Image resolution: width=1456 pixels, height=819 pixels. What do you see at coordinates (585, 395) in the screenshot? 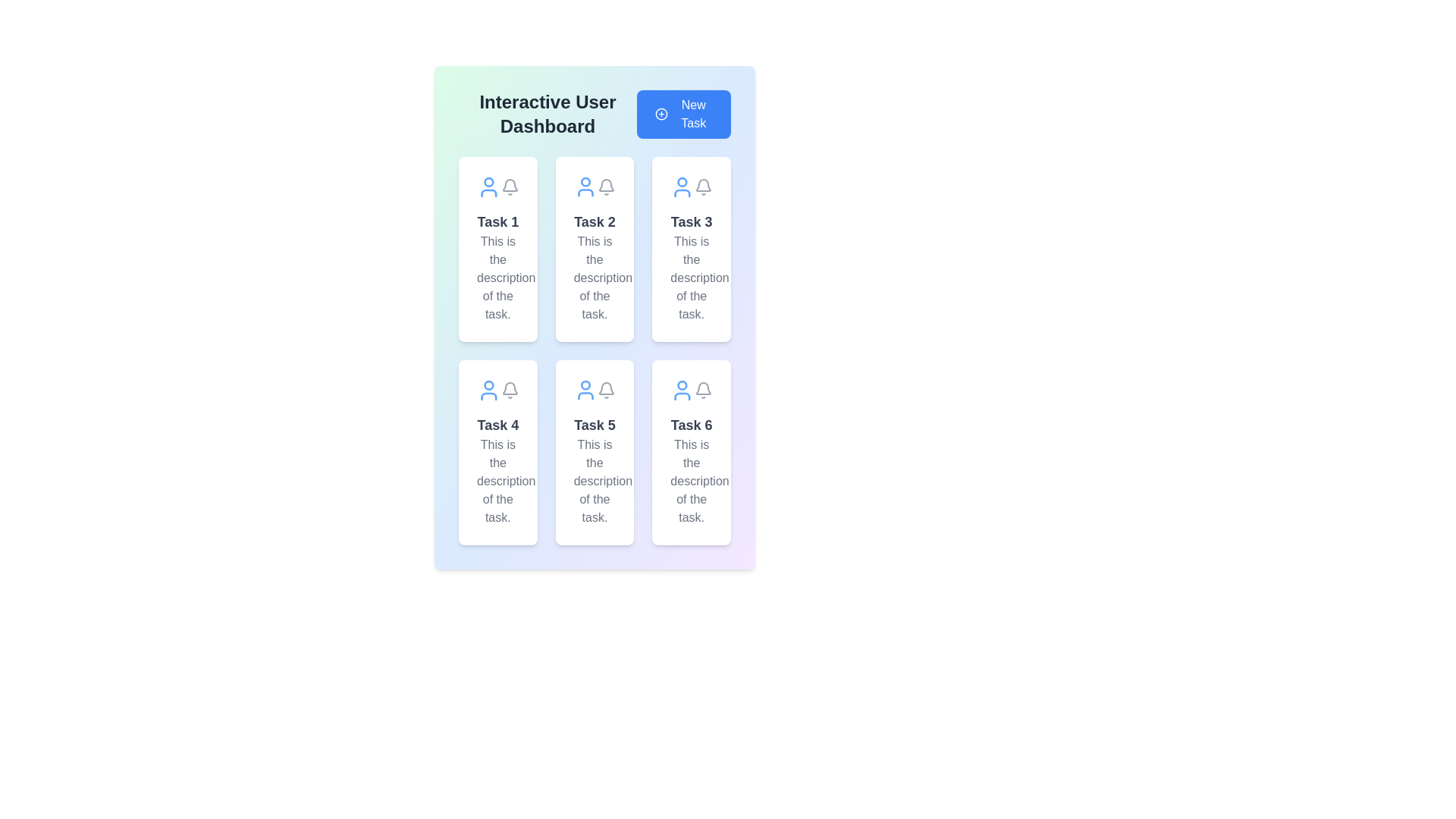
I see `the user profile icon located` at bounding box center [585, 395].